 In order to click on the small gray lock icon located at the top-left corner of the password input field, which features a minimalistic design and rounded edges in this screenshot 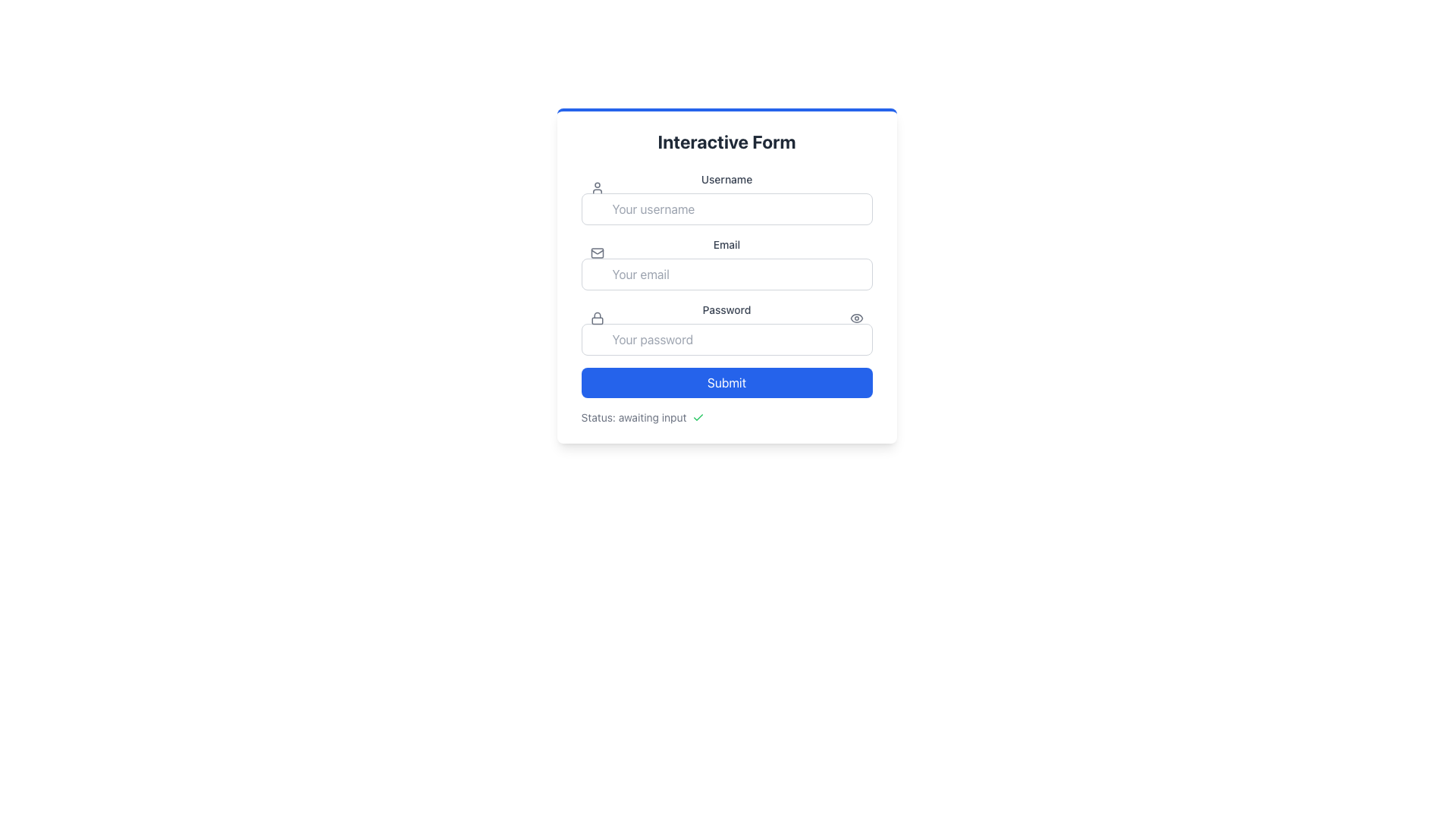, I will do `click(596, 318)`.